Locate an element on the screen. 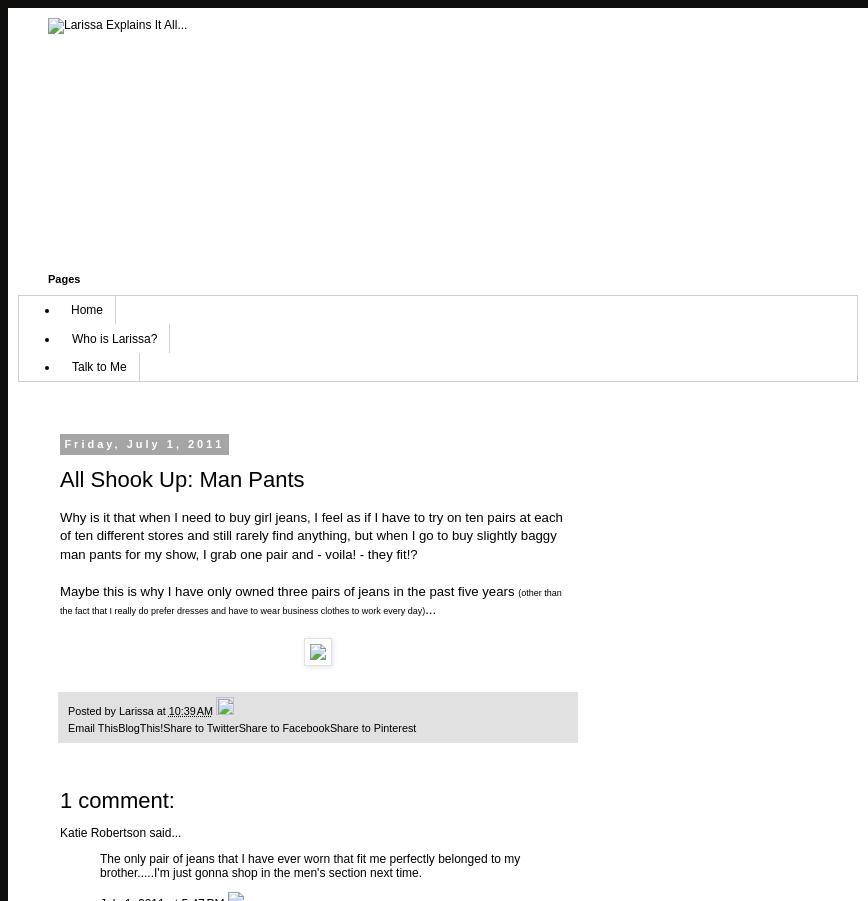  'Posted by' is located at coordinates (93, 709).